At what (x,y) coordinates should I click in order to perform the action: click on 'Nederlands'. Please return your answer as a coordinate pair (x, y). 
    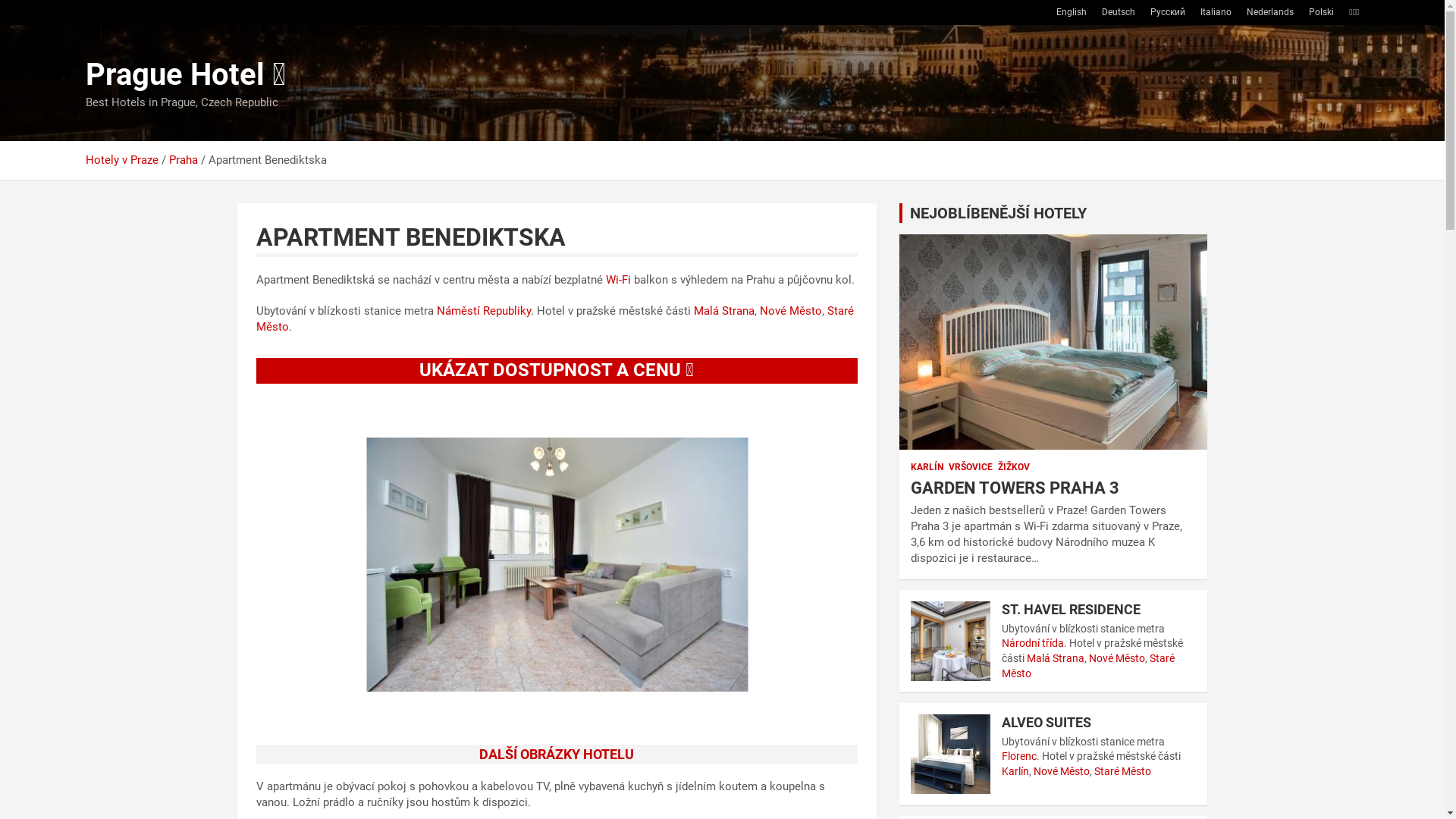
    Looking at the image, I should click on (1270, 12).